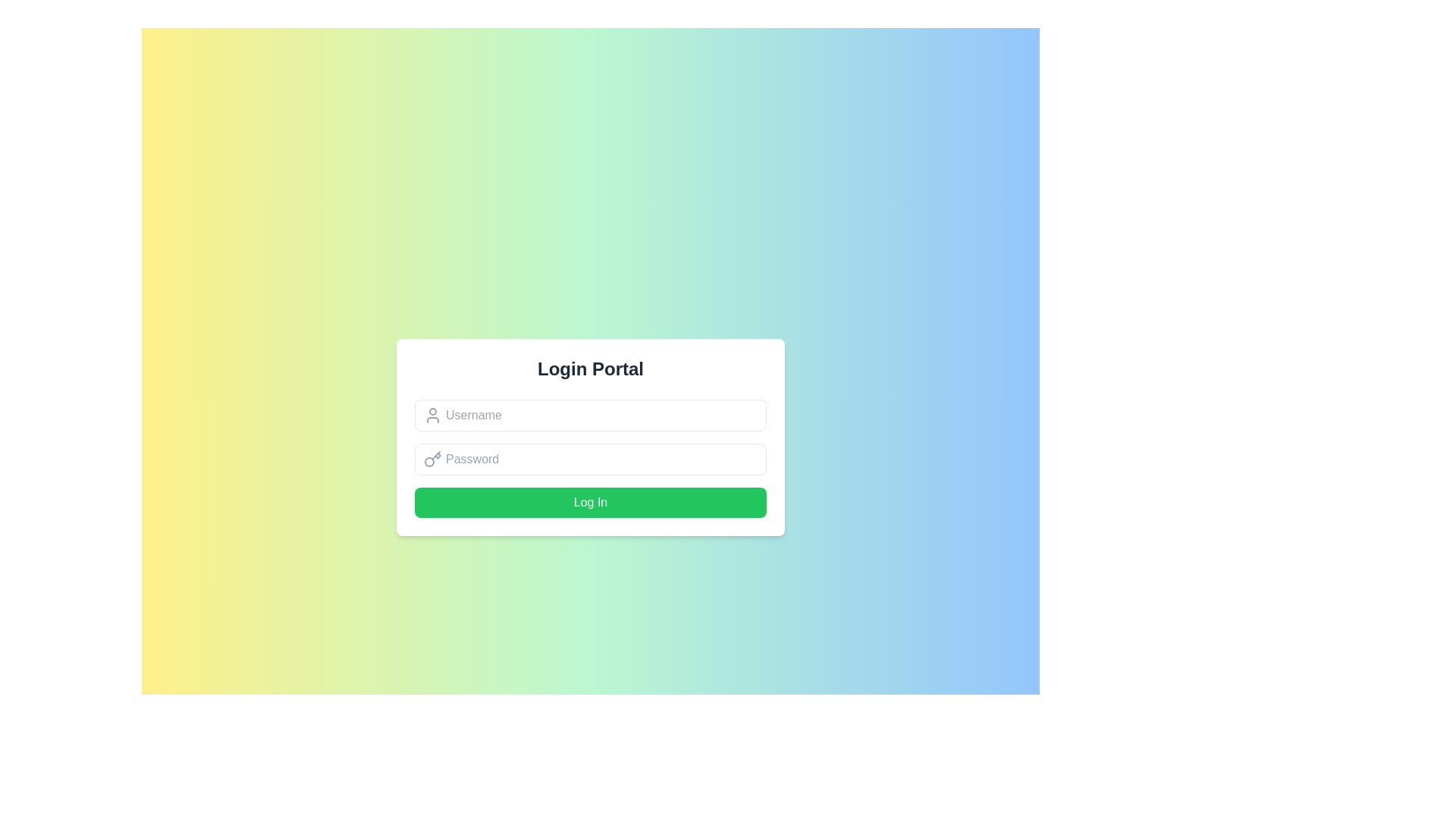  What do you see at coordinates (589, 503) in the screenshot?
I see `the submit button located at the bottom of the login form to observe the hover effect` at bounding box center [589, 503].